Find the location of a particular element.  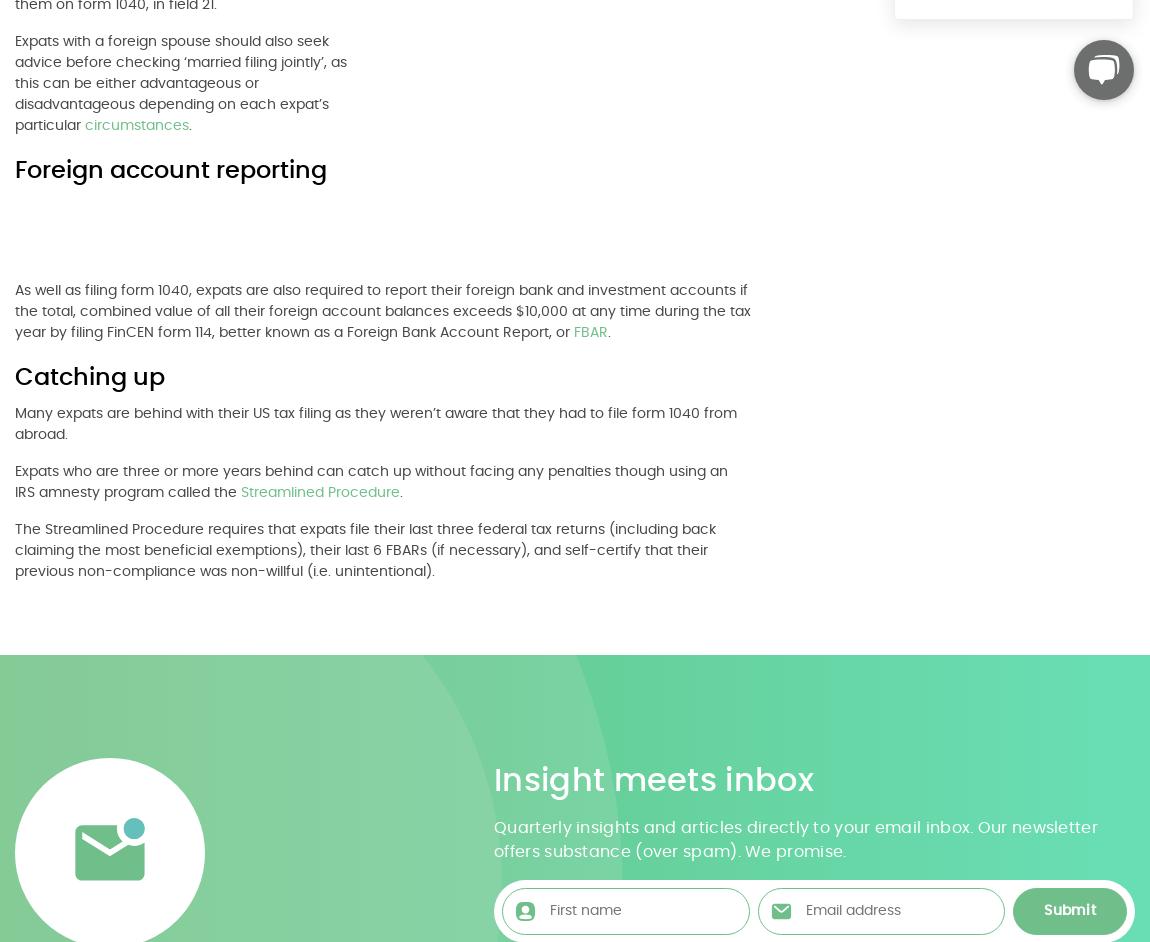

'Foreign account reporting' is located at coordinates (170, 169).